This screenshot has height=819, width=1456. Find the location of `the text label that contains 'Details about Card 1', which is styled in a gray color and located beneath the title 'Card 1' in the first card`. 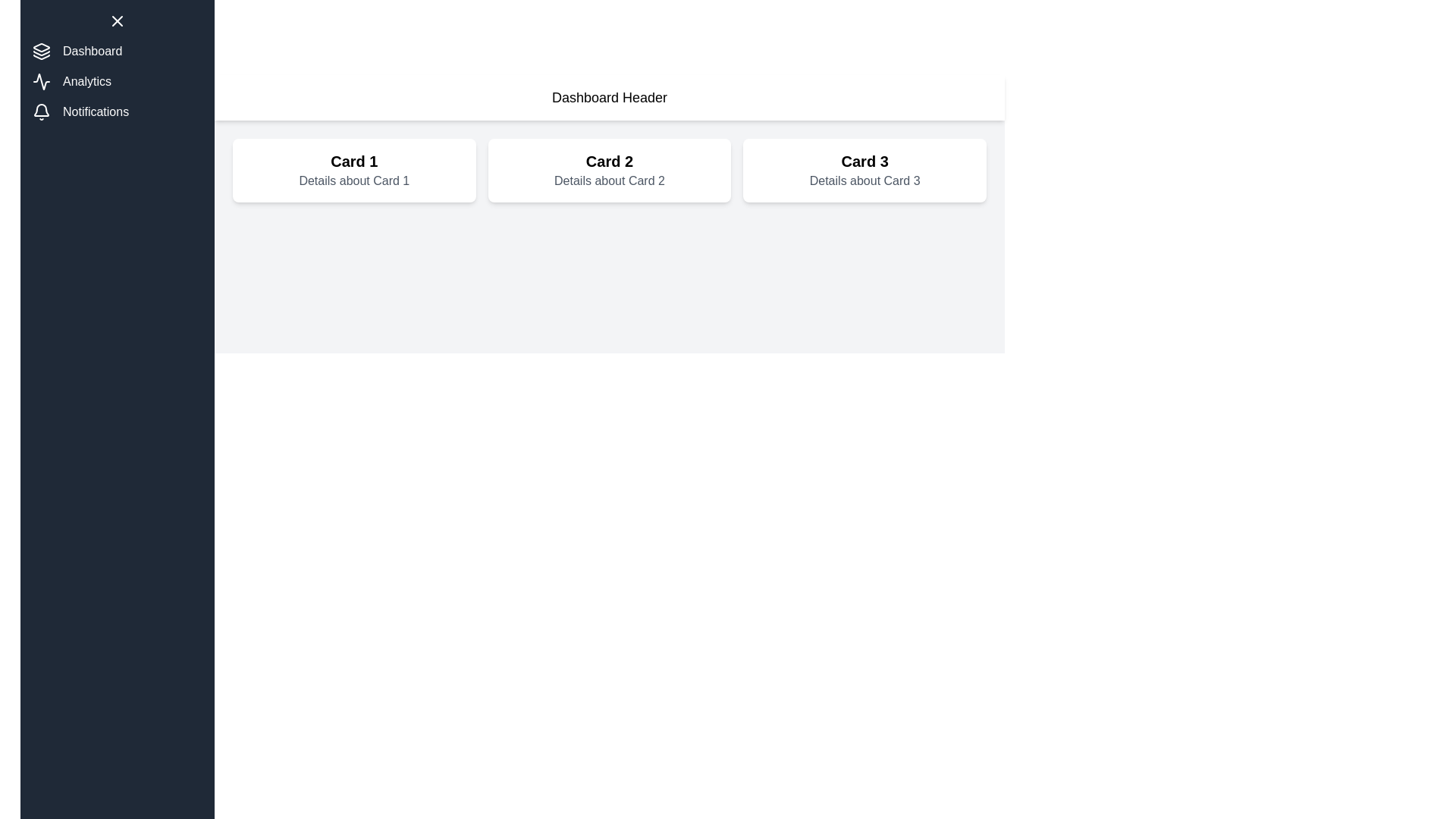

the text label that contains 'Details about Card 1', which is styled in a gray color and located beneath the title 'Card 1' in the first card is located at coordinates (353, 180).